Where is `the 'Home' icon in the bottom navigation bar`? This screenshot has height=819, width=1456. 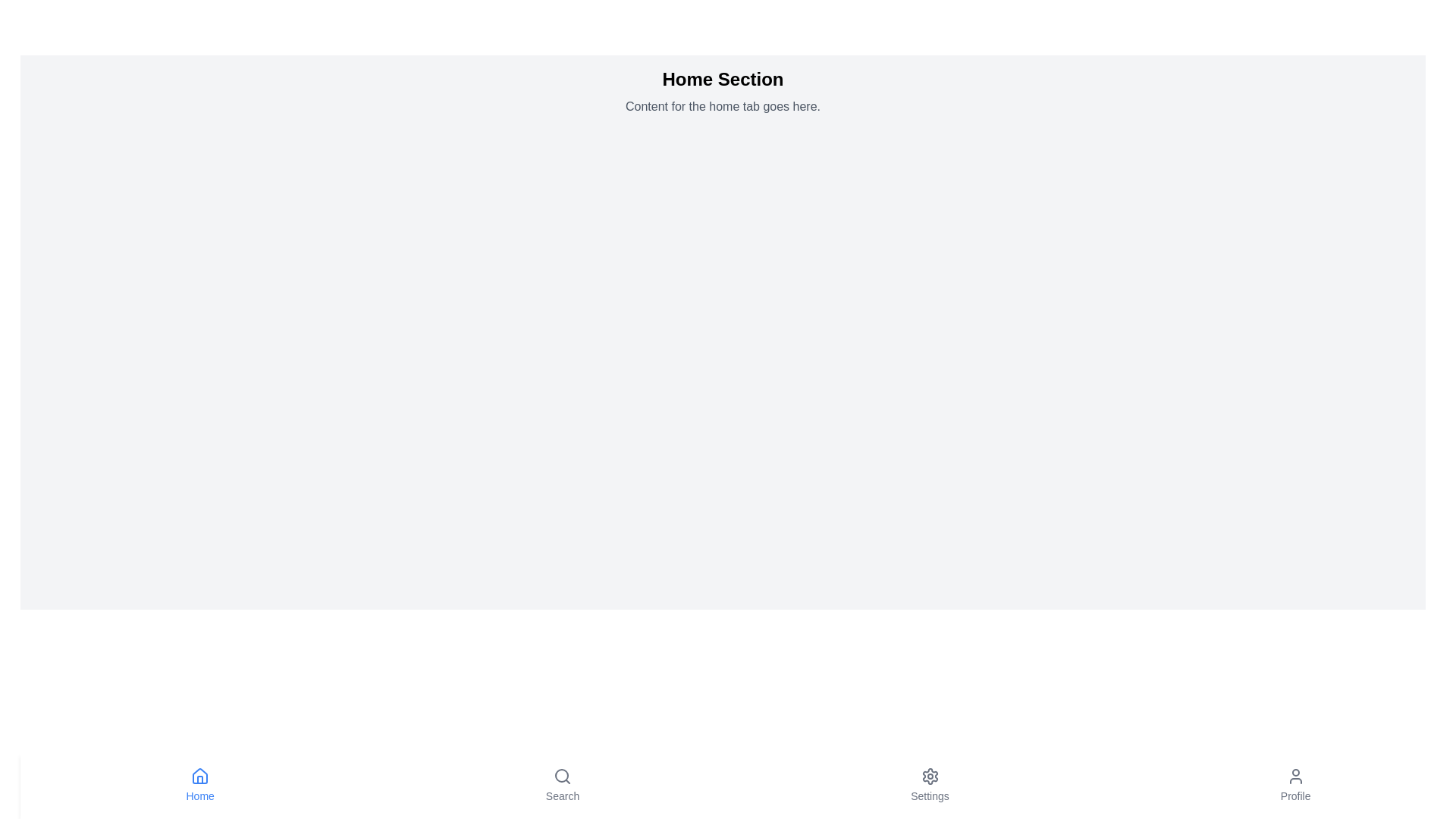 the 'Home' icon in the bottom navigation bar is located at coordinates (199, 776).